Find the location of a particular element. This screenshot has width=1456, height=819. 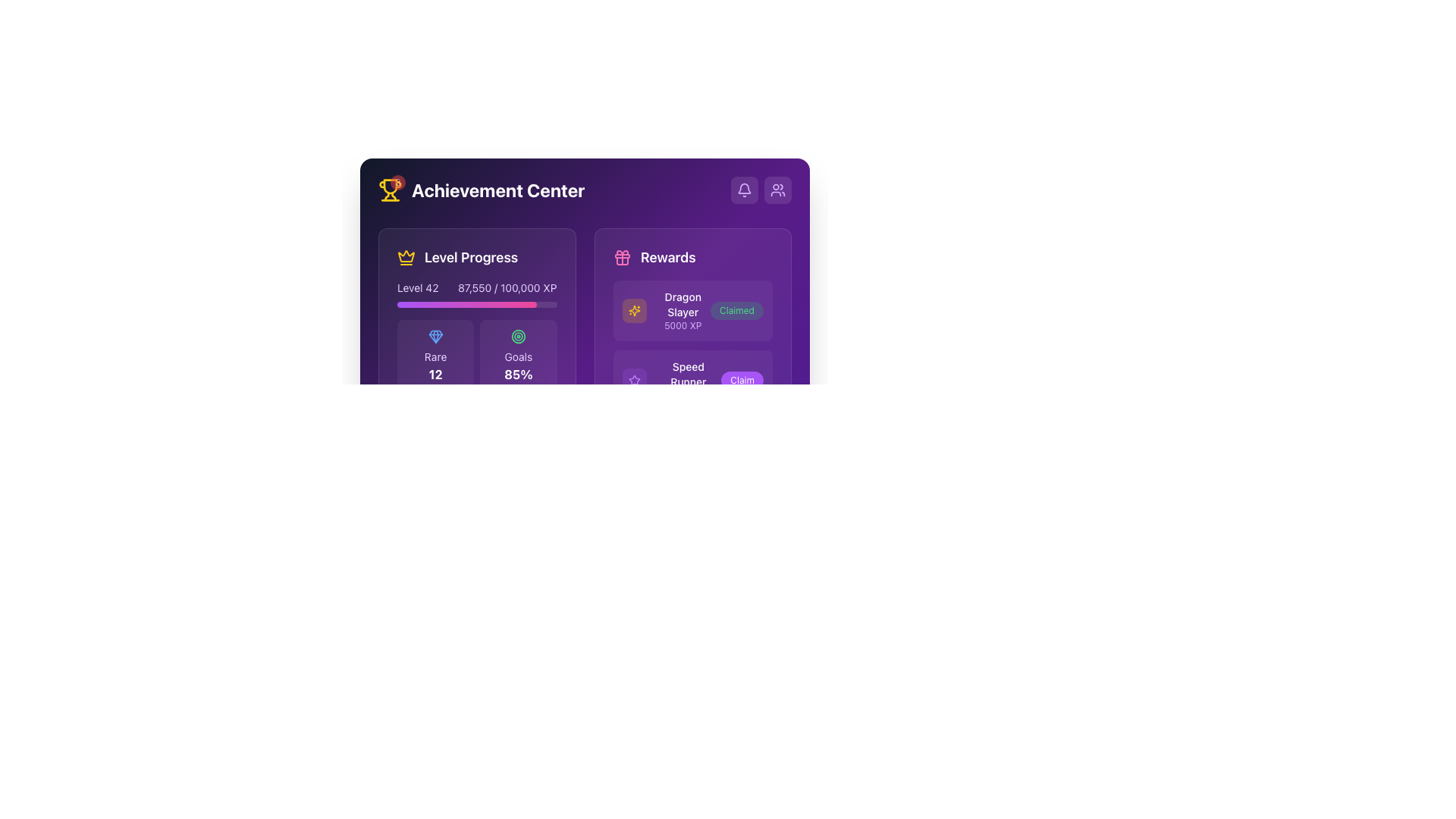

Informational card displaying a purple background with a blue diamond icon, labeled 'Rare' in light purple and the number '12' in bold white, located in the 'Level Progress' section is located at coordinates (435, 356).